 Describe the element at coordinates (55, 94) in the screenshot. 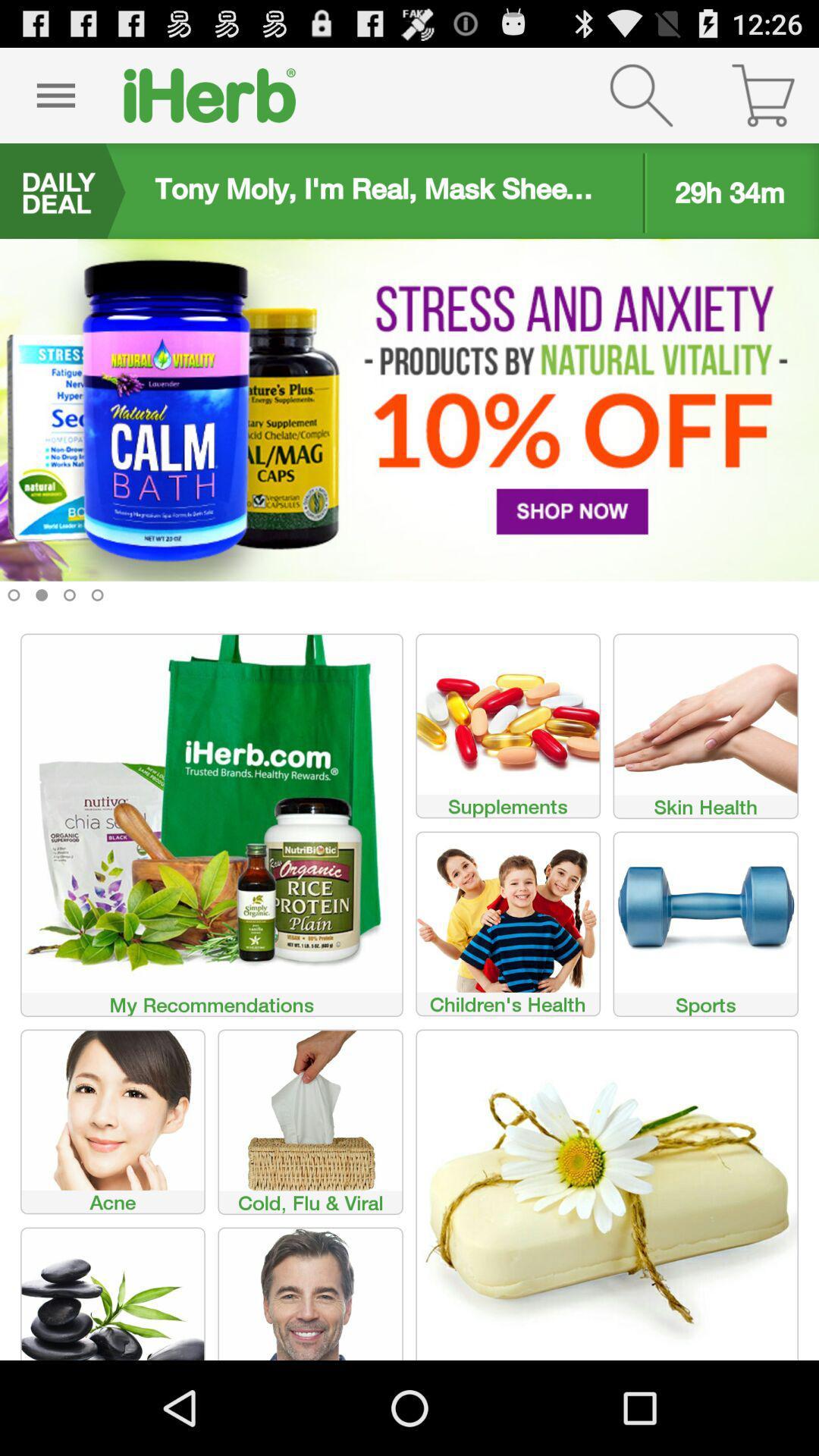

I see `menu option` at that location.